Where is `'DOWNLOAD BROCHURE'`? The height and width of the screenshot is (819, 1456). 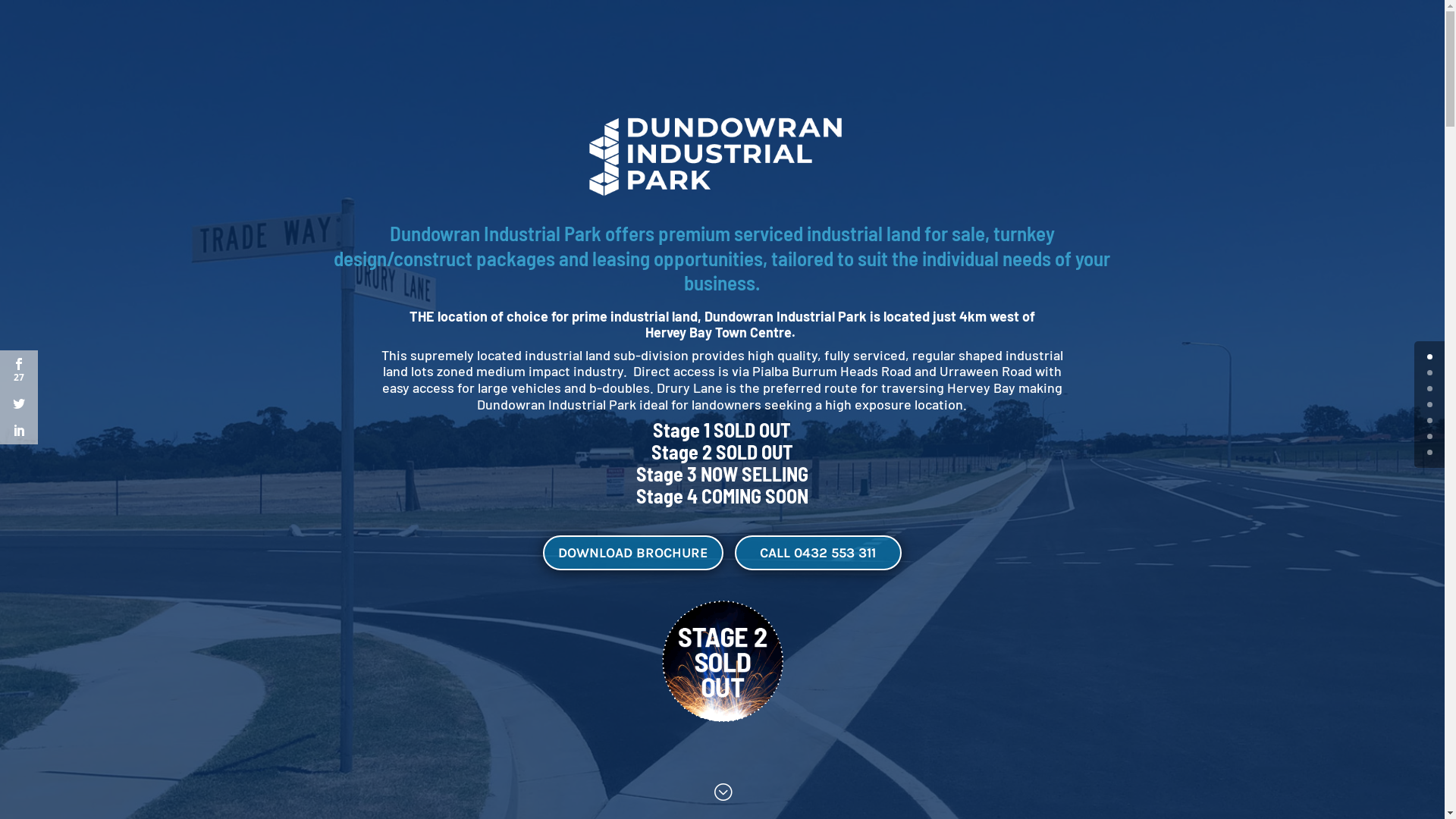
'DOWNLOAD BROCHURE' is located at coordinates (633, 552).